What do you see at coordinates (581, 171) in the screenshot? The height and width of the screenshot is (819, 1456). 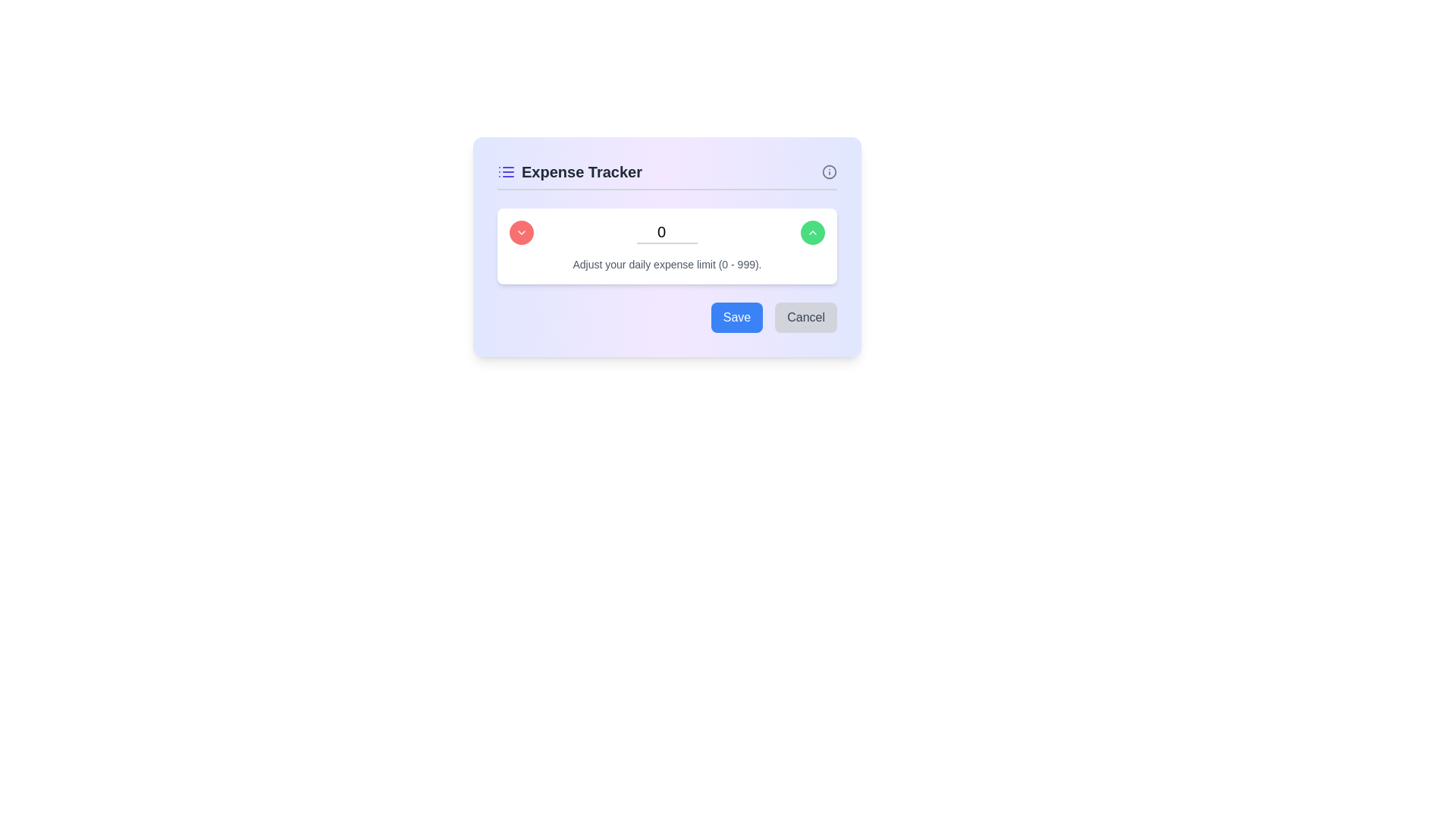 I see `the bold text label displaying 'Expense Tracker' located in the header section of the card-like interface, aligned to the center-right` at bounding box center [581, 171].